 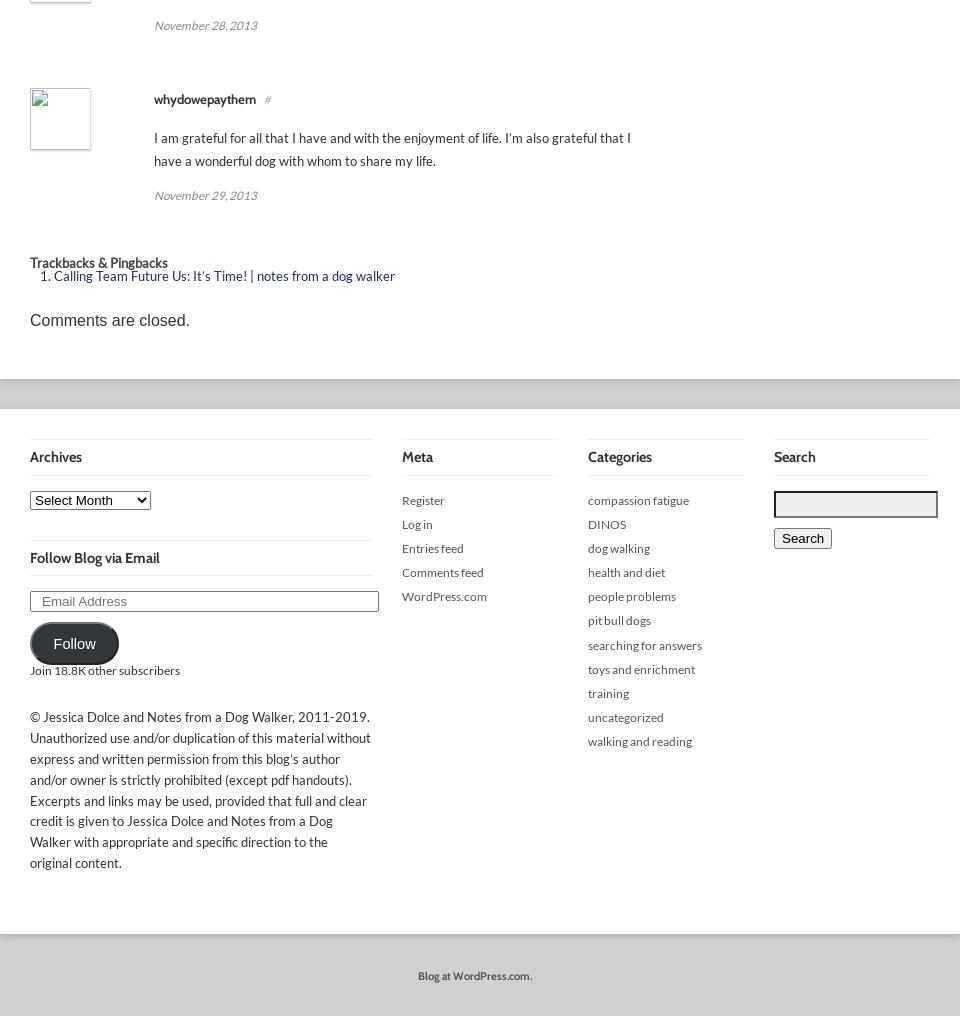 What do you see at coordinates (588, 717) in the screenshot?
I see `'uncategorized'` at bounding box center [588, 717].